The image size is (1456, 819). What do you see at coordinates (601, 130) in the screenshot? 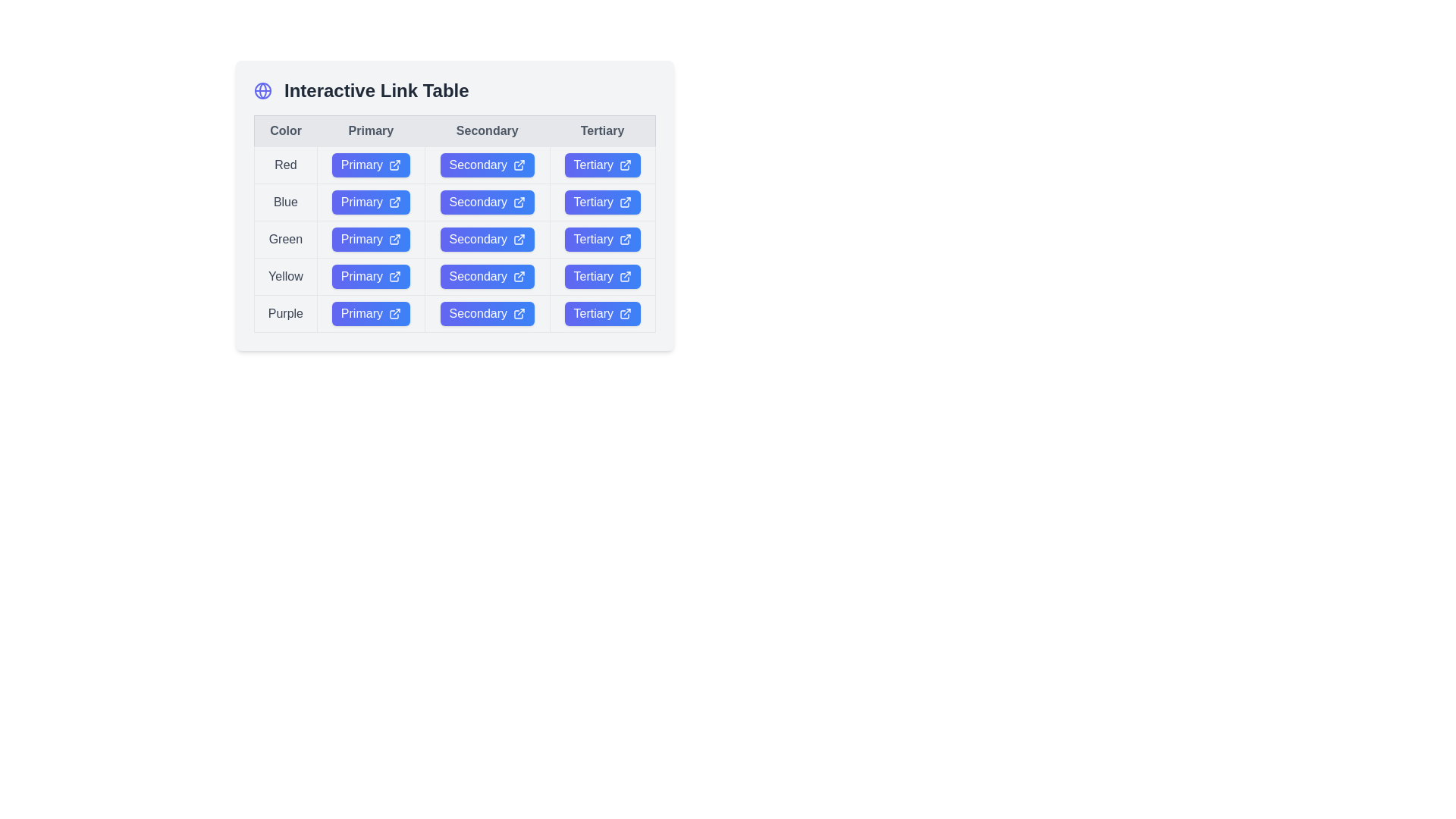
I see `the text label 'Tertiary', which is the last item in a row of four text labels at the top of a table structure` at bounding box center [601, 130].